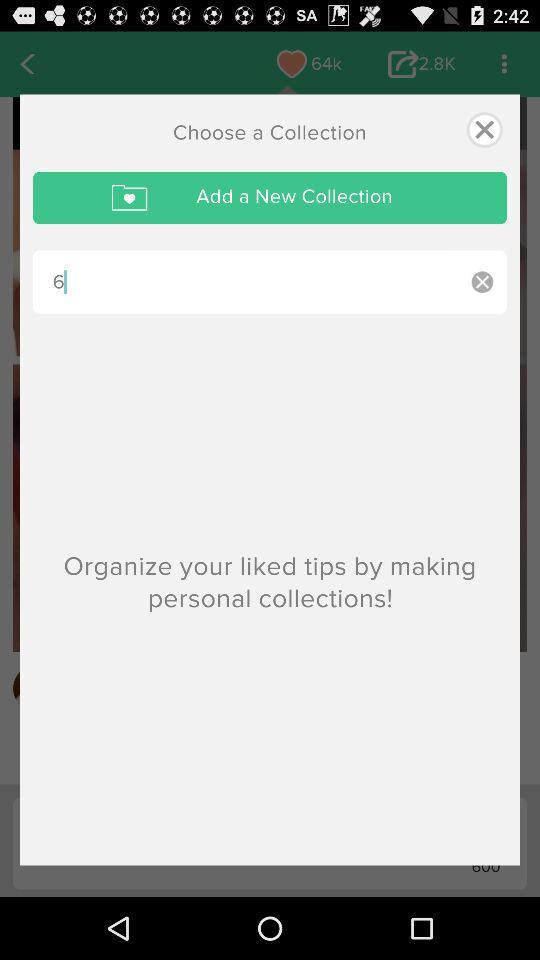 Image resolution: width=540 pixels, height=960 pixels. What do you see at coordinates (481, 281) in the screenshot?
I see `cancel or clear info typed button` at bounding box center [481, 281].